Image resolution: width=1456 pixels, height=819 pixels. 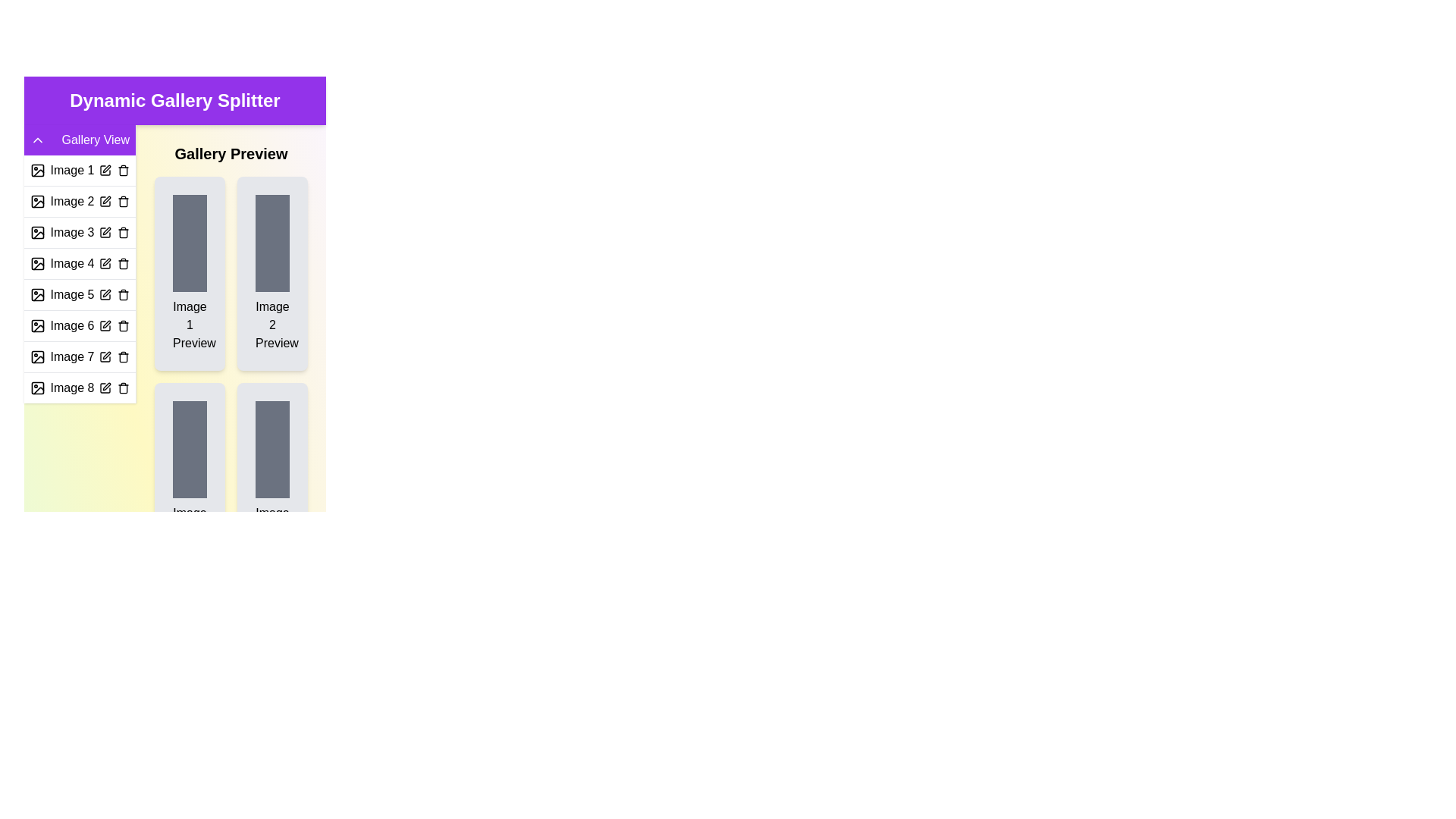 I want to click on the pencil-like edit icon located within the horizontal group of icon buttons next to the 'Image 6' label, so click(x=113, y=325).